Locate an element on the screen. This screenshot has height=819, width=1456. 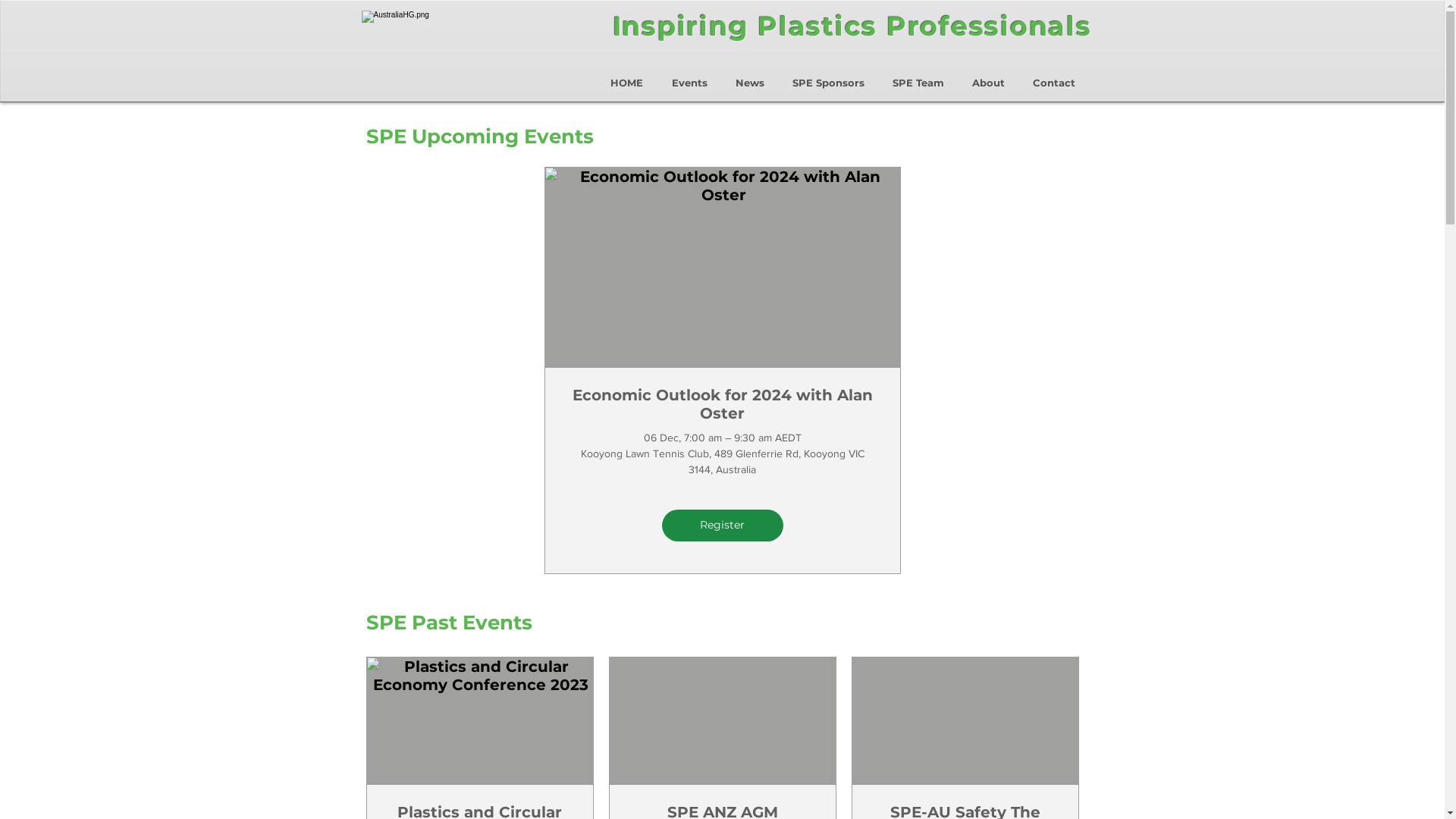
'About' is located at coordinates (989, 76).